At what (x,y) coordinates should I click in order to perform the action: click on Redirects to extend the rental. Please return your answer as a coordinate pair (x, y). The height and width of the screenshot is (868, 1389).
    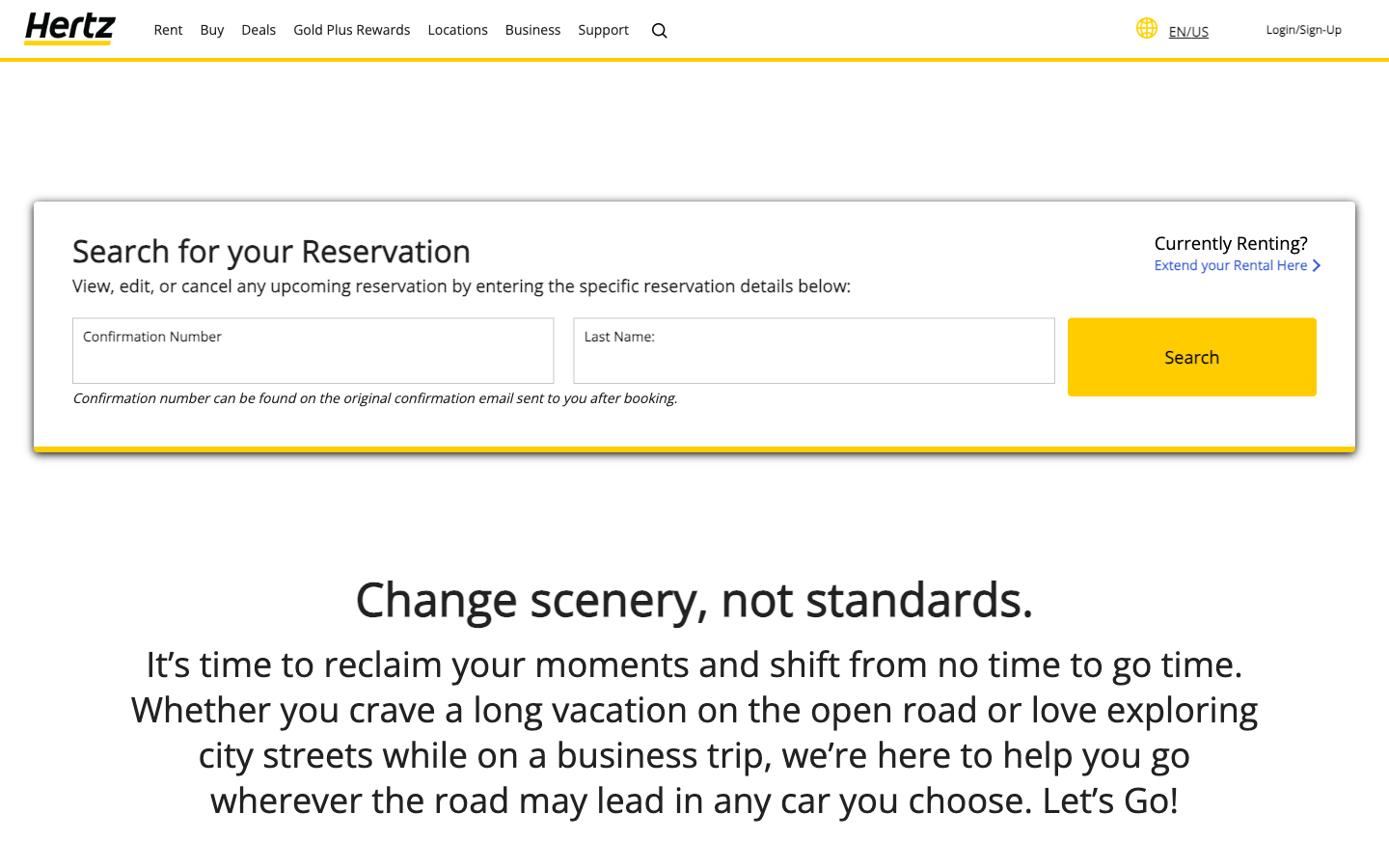
    Looking at the image, I should click on (1236, 252).